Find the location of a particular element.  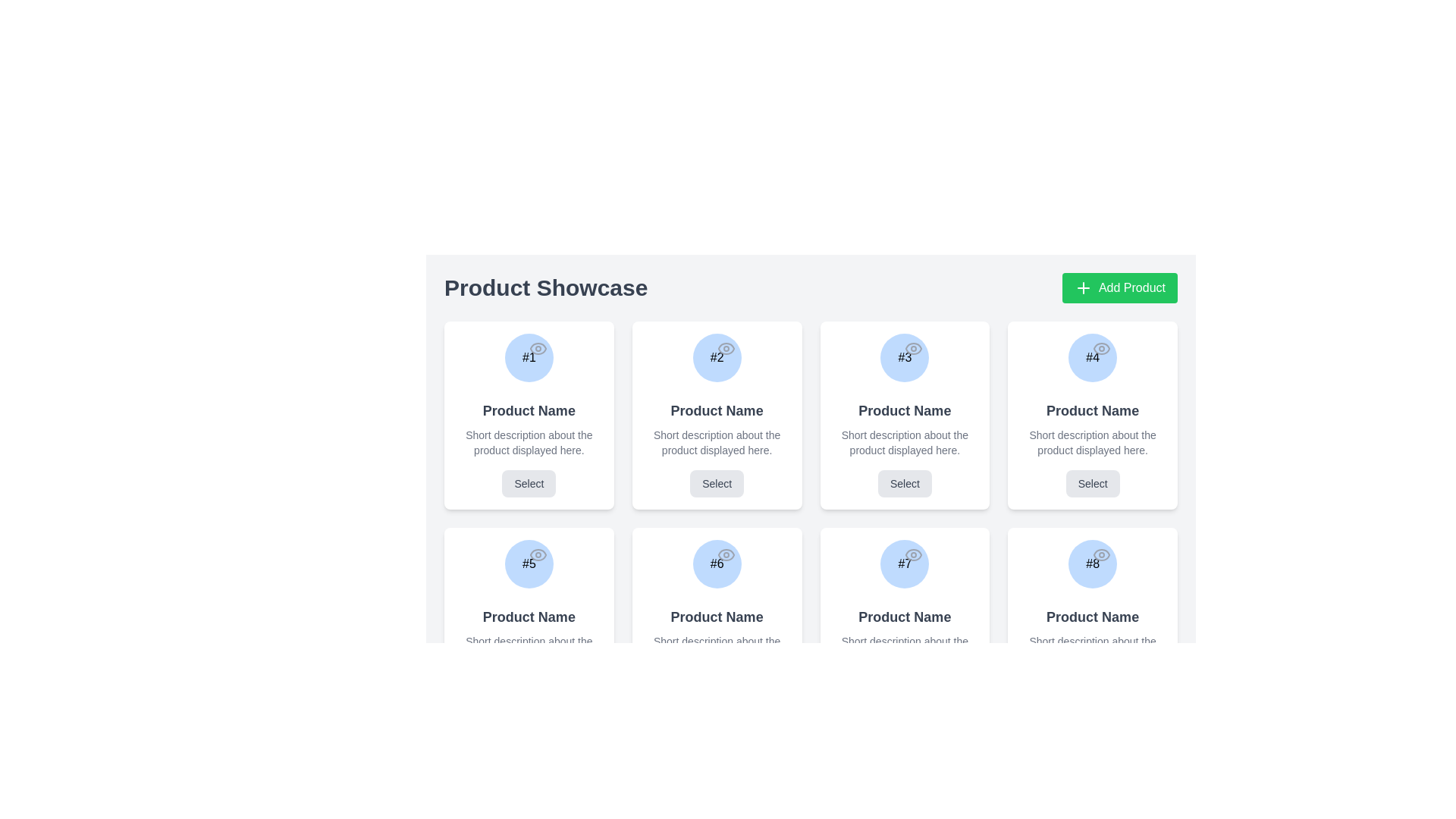

the text label within the circular badge indicating '#3', which is located at the top-center of the interface, third from the left in the first row is located at coordinates (905, 357).